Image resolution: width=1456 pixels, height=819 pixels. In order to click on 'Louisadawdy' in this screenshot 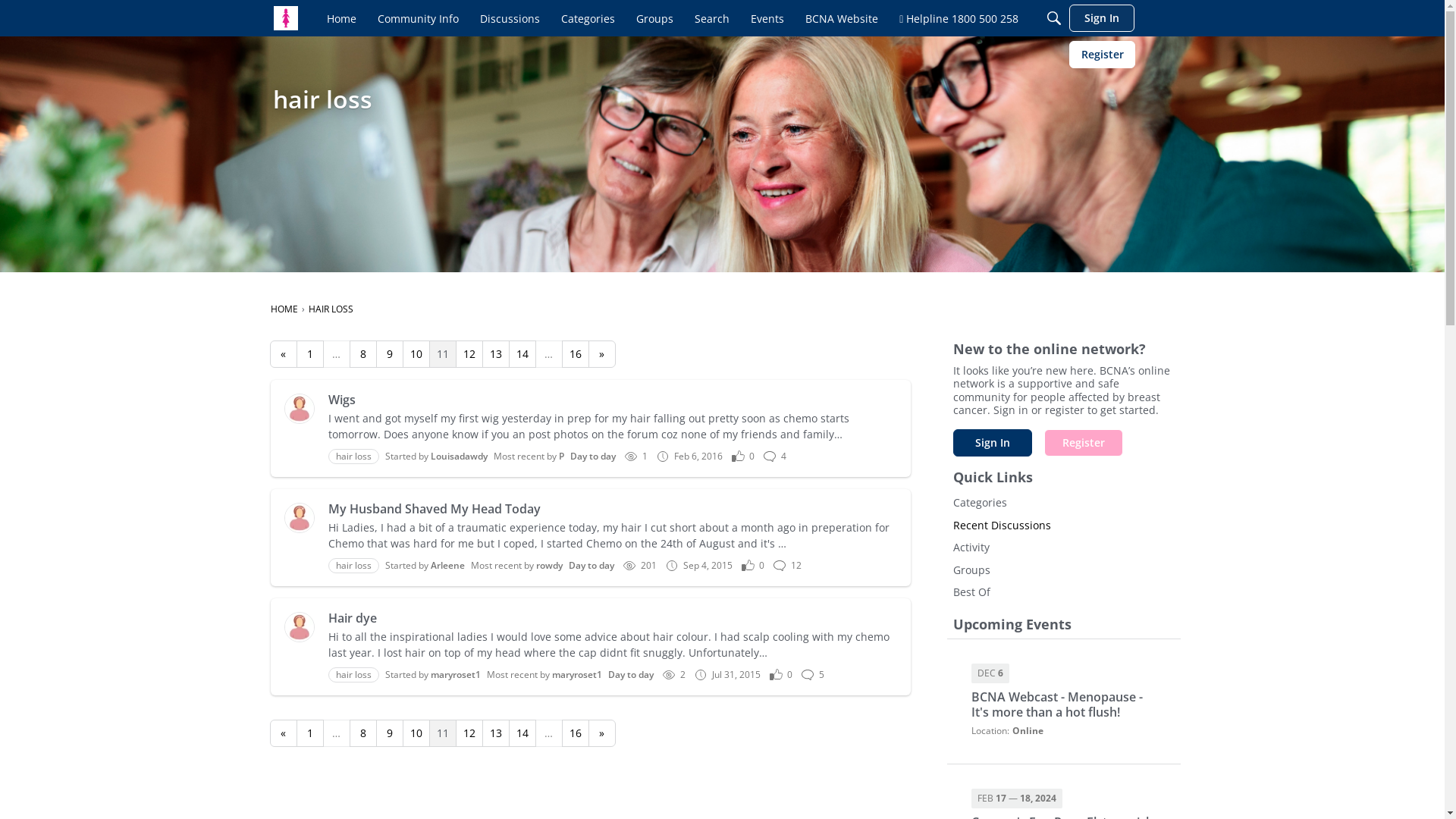, I will do `click(429, 455)`.